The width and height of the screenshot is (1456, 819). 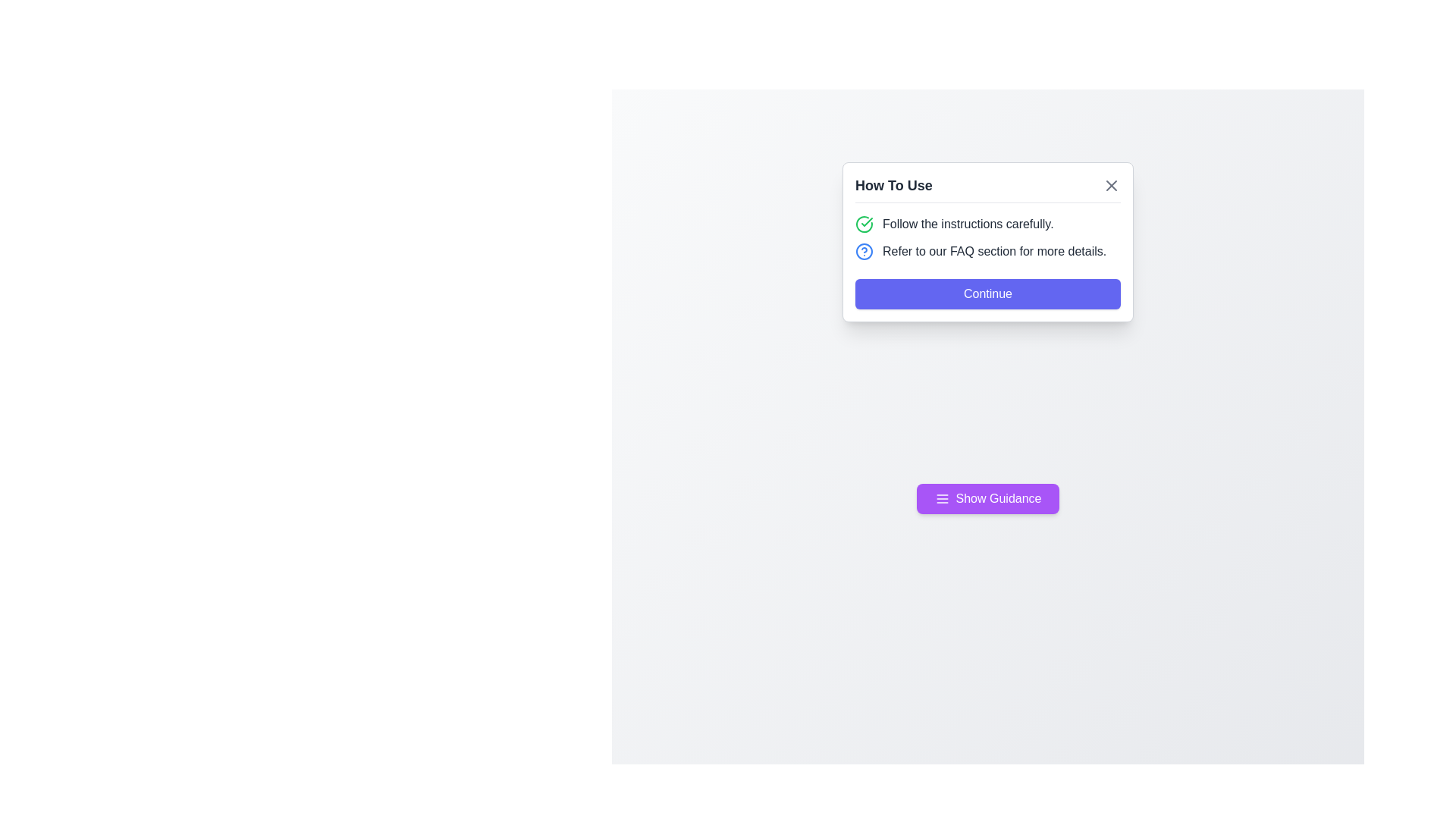 What do you see at coordinates (864, 224) in the screenshot?
I see `the green circular icon with a checkmark that precedes the text 'Follow the instructions carefully.'` at bounding box center [864, 224].